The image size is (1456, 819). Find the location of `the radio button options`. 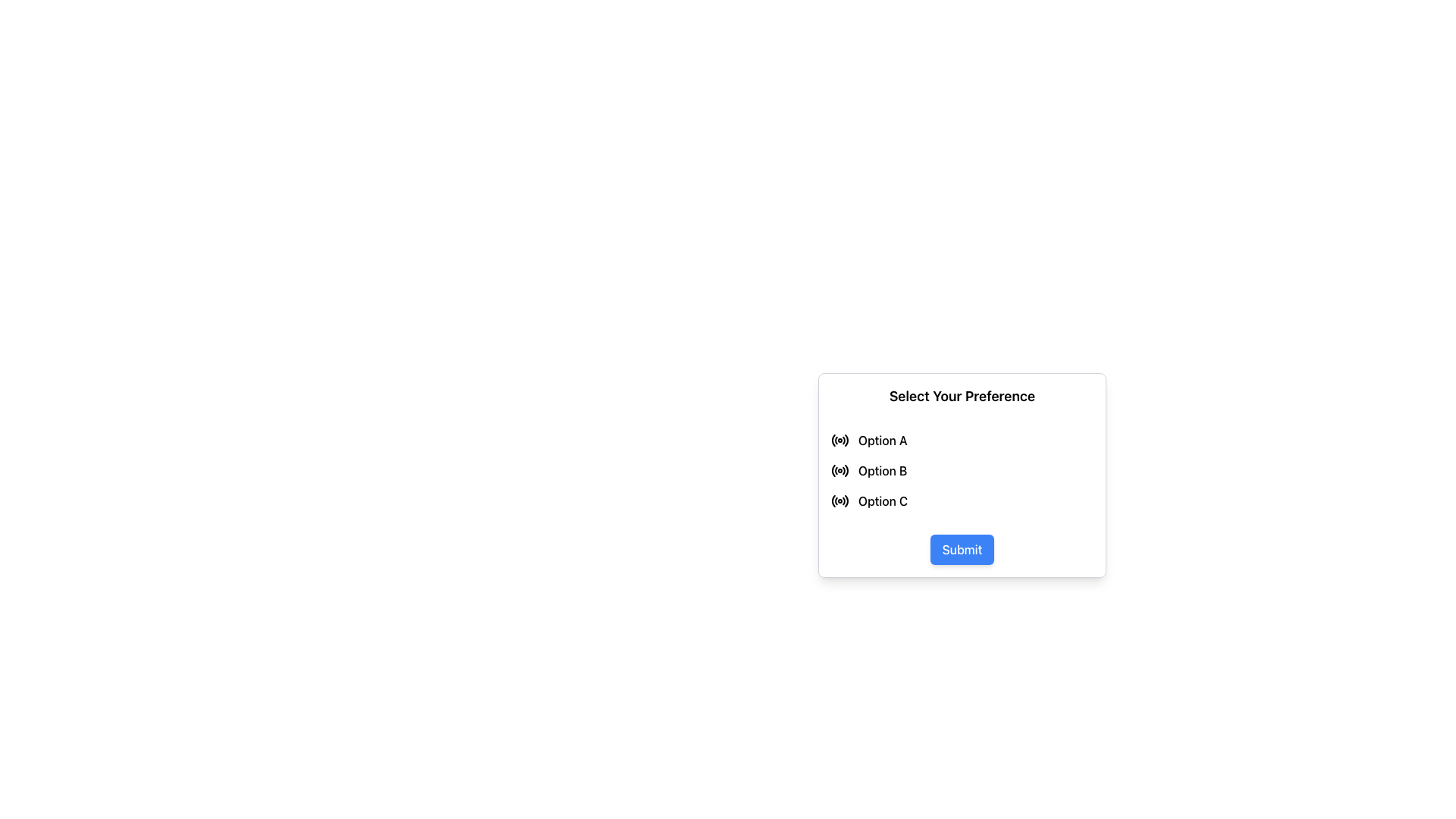

the radio button options is located at coordinates (961, 470).